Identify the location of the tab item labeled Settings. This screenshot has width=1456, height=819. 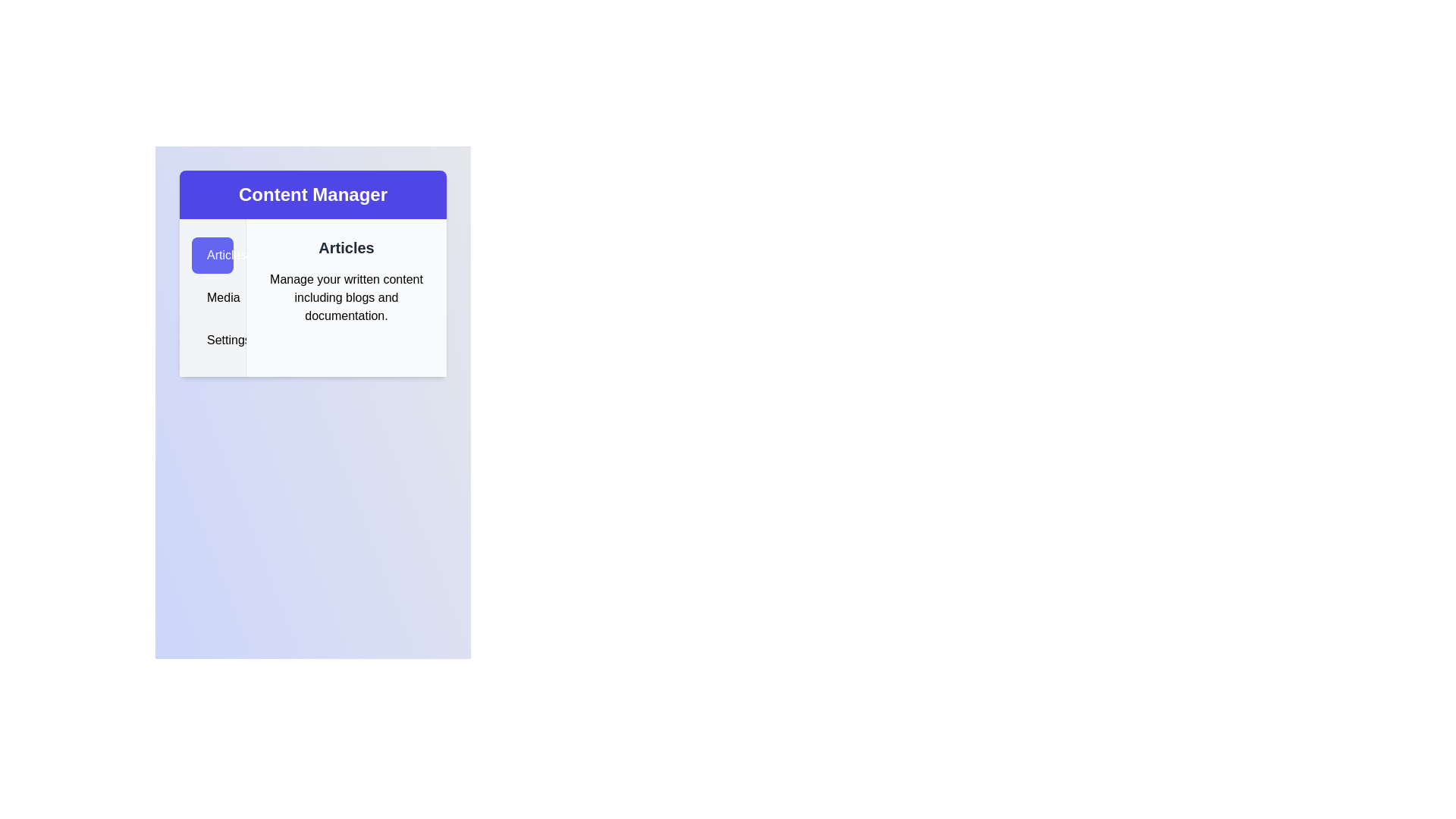
(212, 339).